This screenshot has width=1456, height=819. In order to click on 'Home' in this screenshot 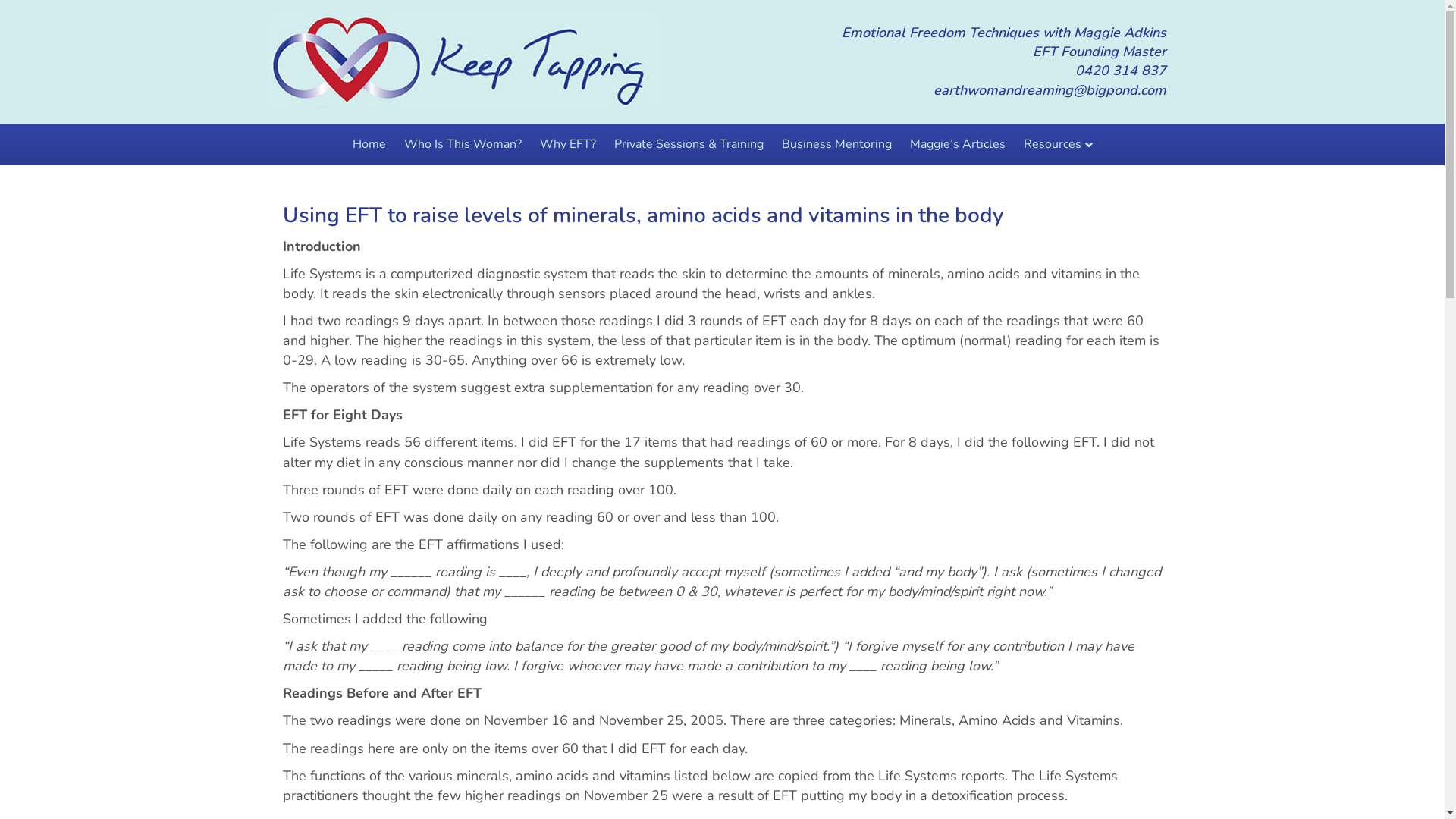, I will do `click(368, 143)`.